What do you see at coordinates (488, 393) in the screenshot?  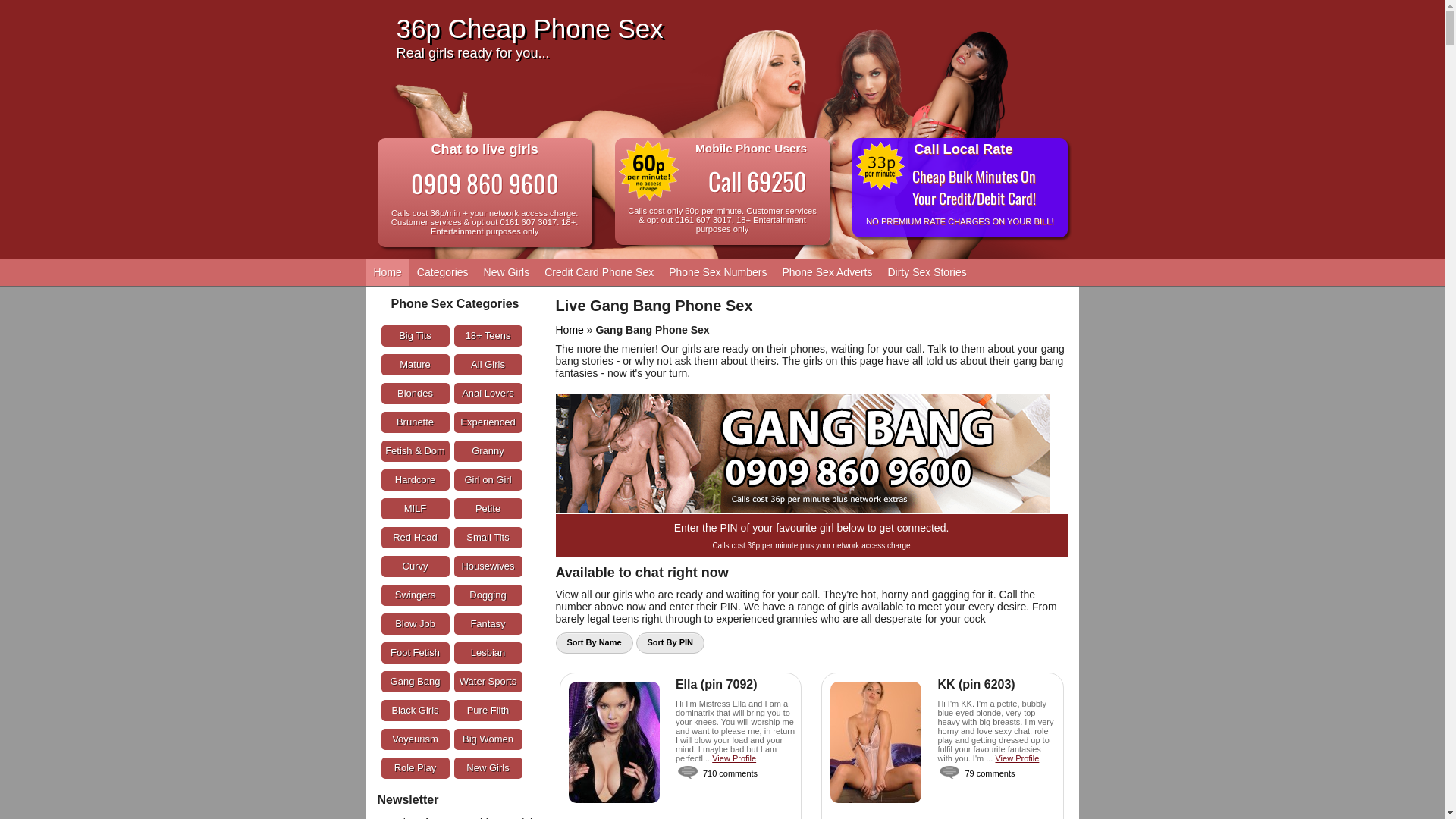 I see `'Anal Lovers'` at bounding box center [488, 393].